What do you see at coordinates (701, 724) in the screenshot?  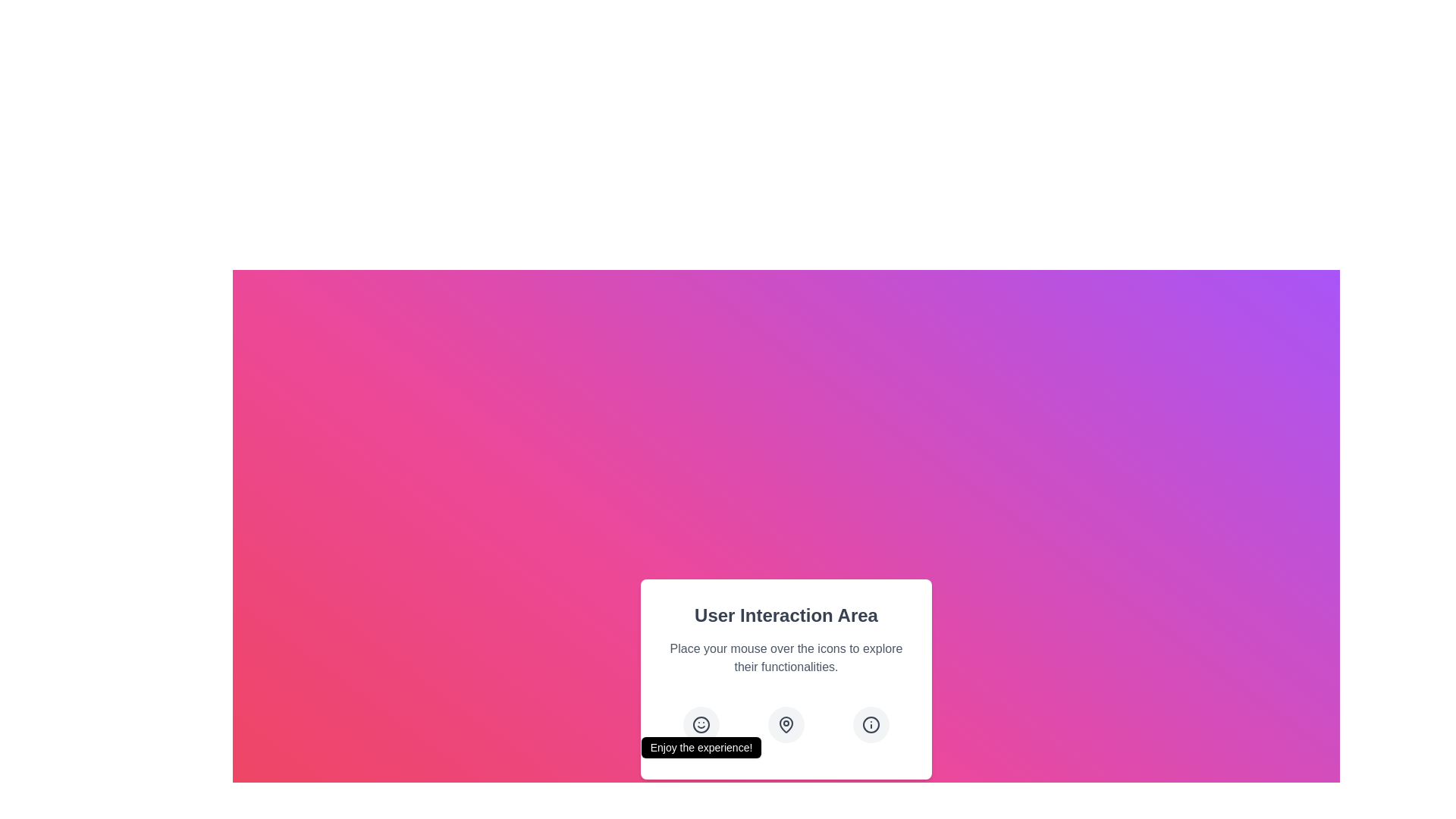 I see `the circular Vector graphic element that is part of the smiley face icon, positioned centrally above the mouth and between the two eye elements` at bounding box center [701, 724].